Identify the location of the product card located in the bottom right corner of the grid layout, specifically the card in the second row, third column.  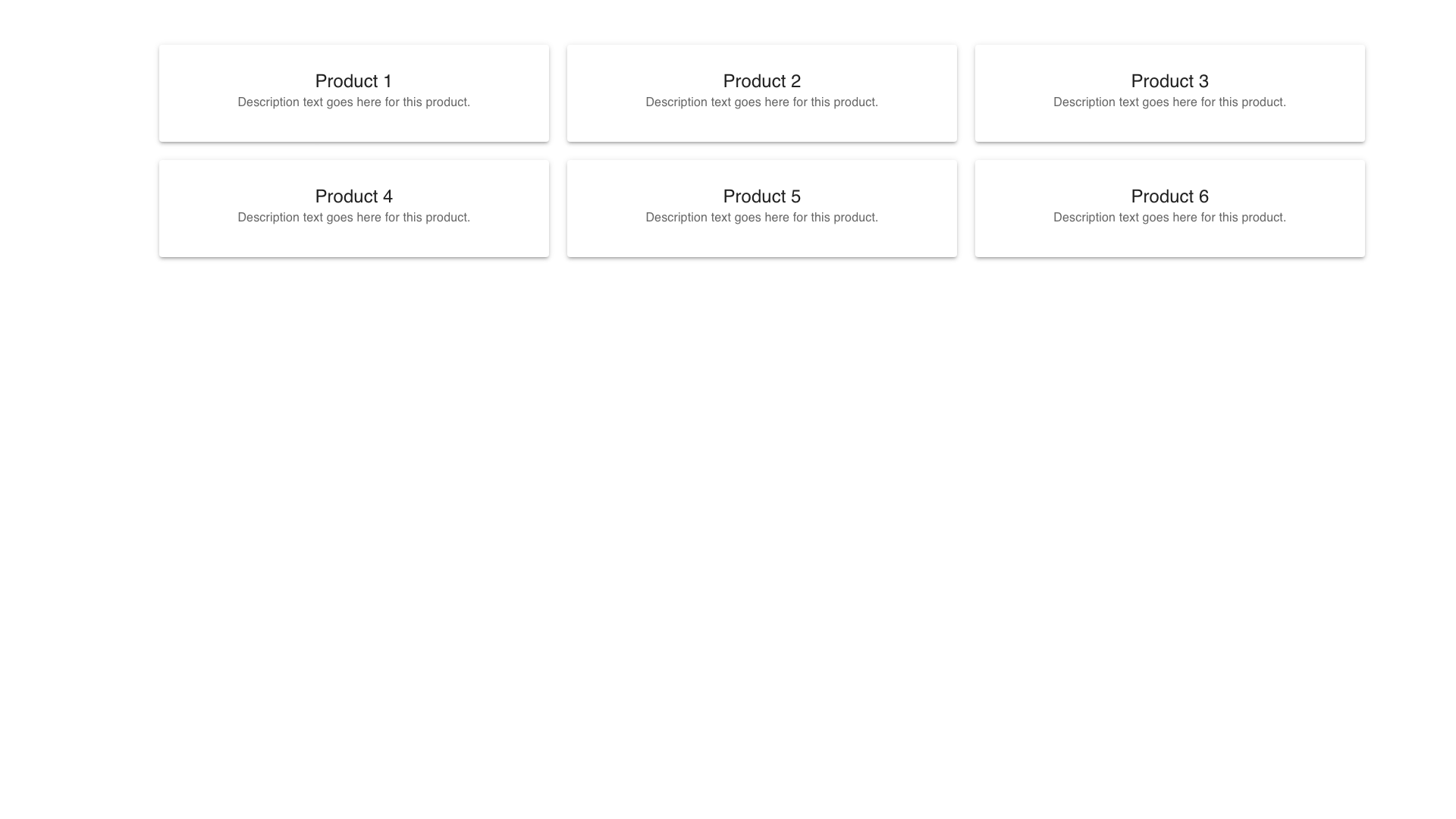
(1169, 208).